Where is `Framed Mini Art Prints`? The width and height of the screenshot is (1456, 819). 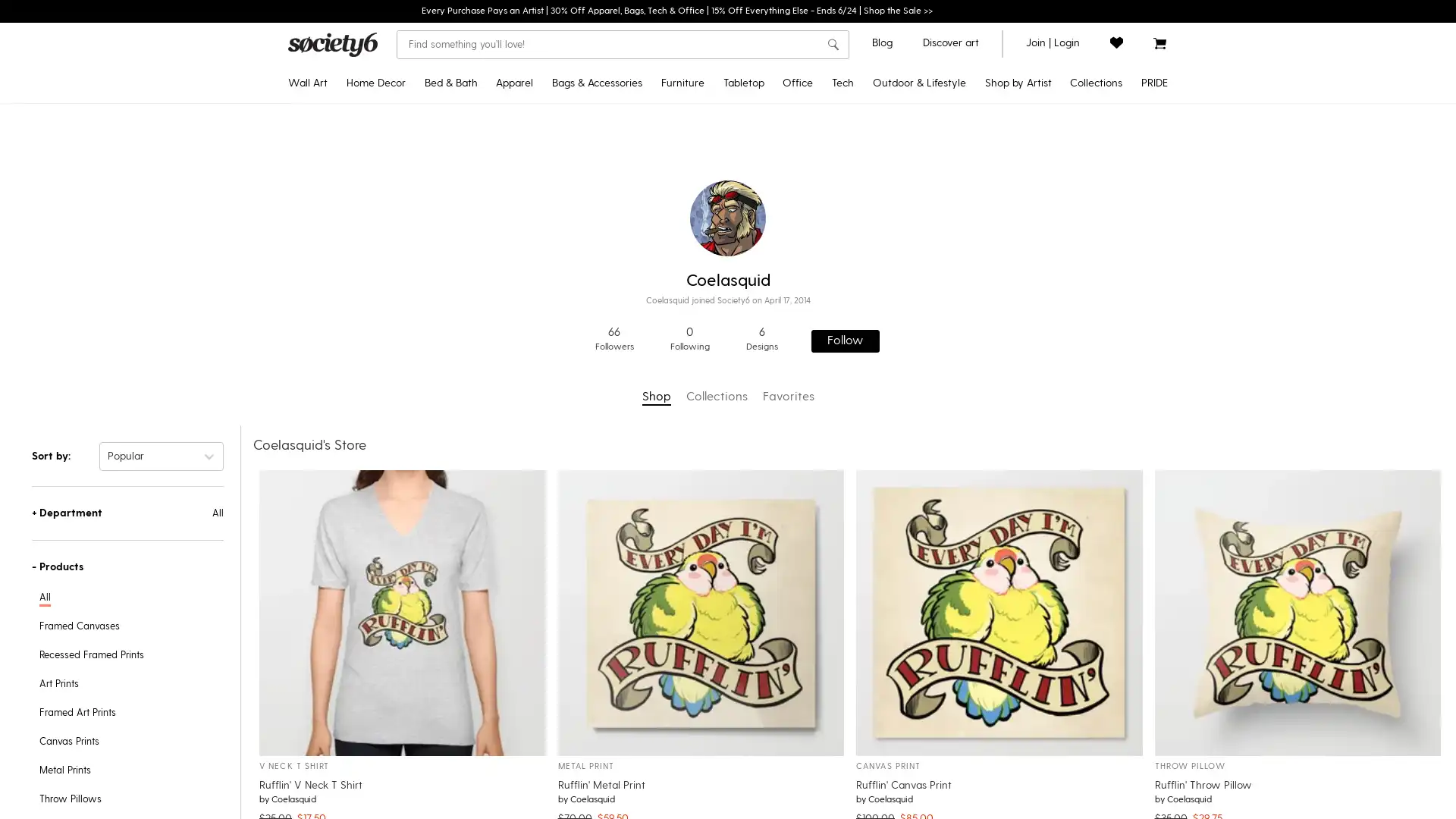 Framed Mini Art Prints is located at coordinates (356, 415).